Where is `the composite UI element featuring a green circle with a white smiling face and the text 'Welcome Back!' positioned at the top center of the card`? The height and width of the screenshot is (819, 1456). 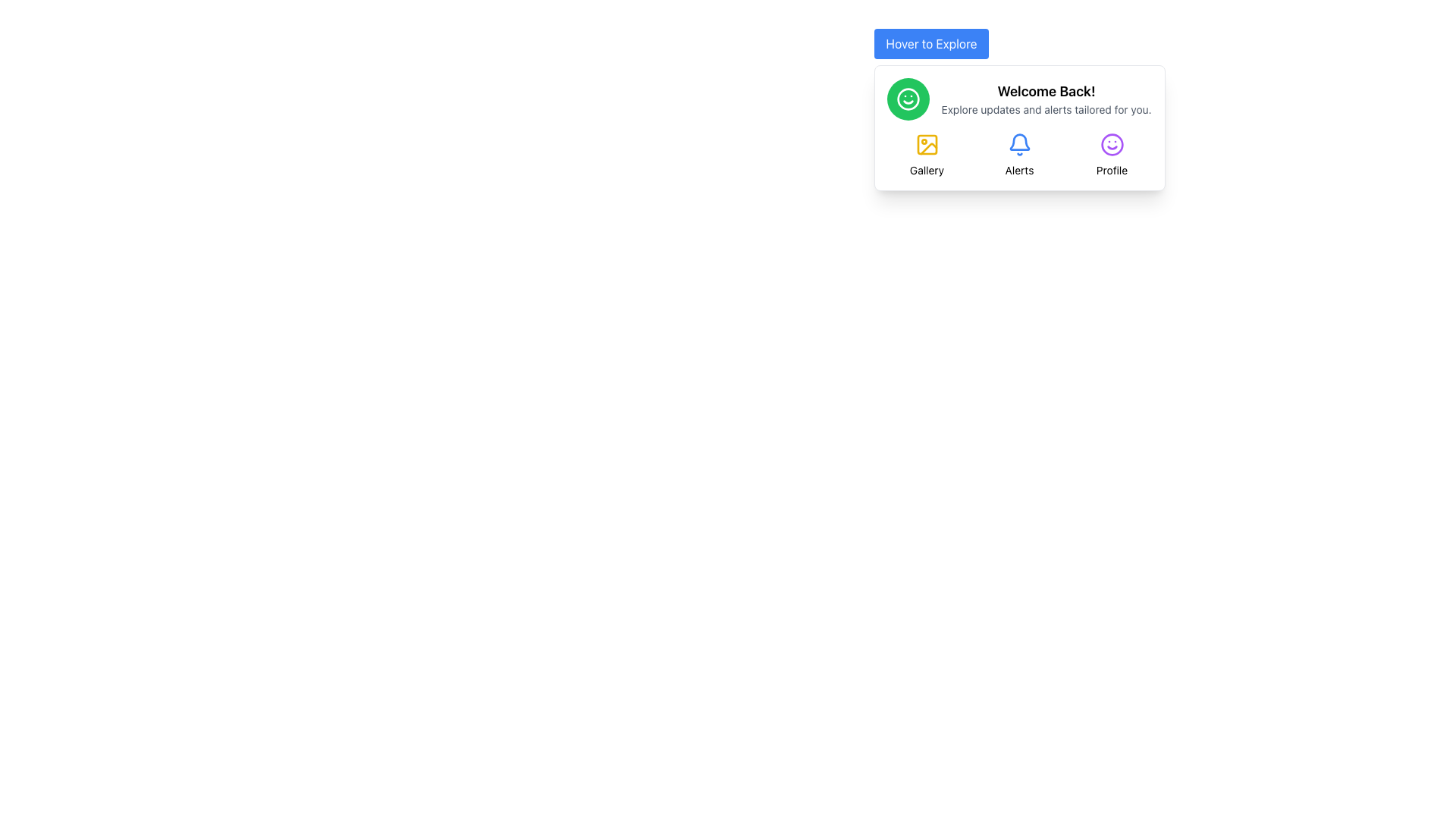 the composite UI element featuring a green circle with a white smiling face and the text 'Welcome Back!' positioned at the top center of the card is located at coordinates (1019, 99).